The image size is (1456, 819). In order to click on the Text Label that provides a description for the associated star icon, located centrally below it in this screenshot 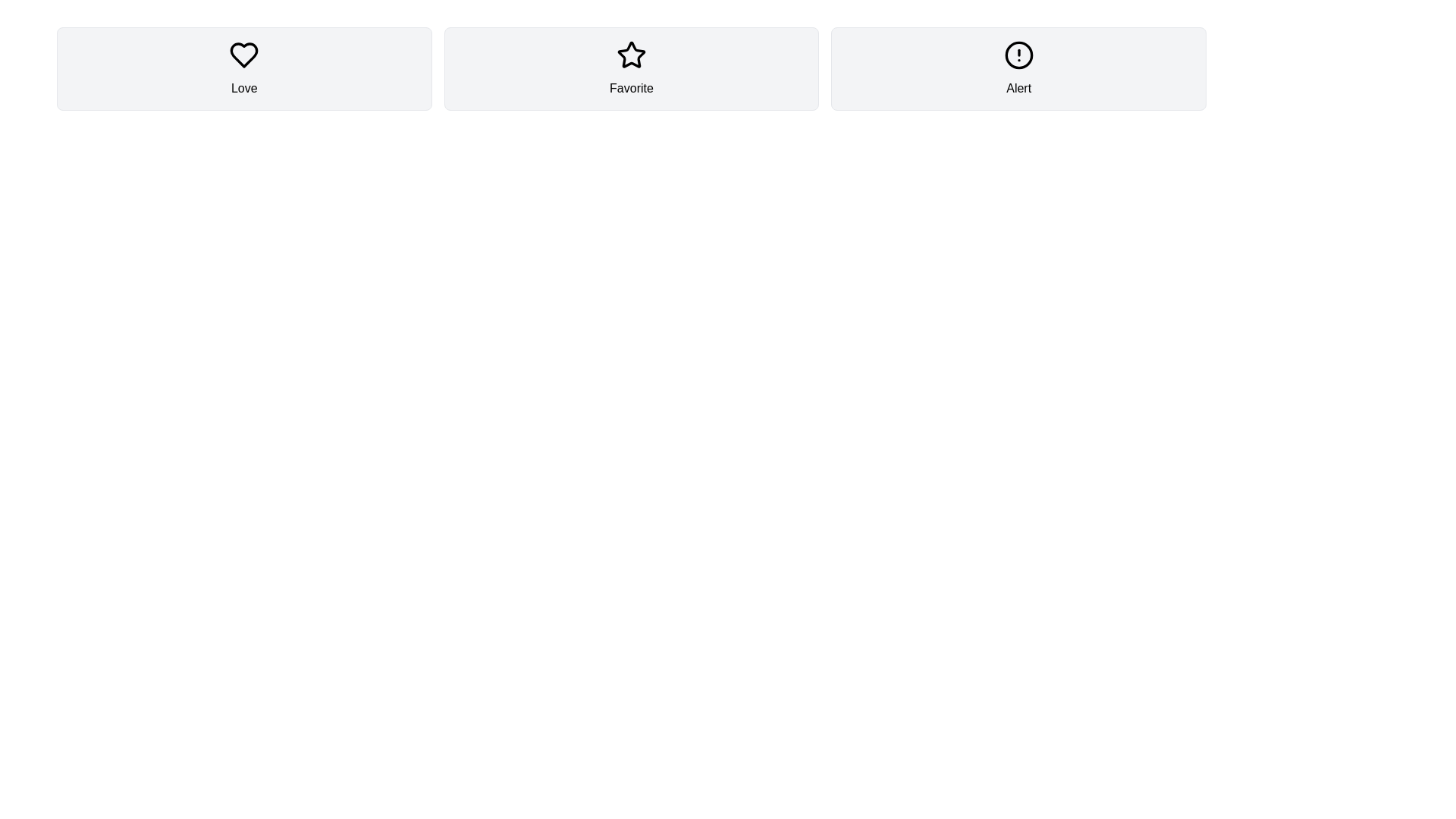, I will do `click(631, 88)`.